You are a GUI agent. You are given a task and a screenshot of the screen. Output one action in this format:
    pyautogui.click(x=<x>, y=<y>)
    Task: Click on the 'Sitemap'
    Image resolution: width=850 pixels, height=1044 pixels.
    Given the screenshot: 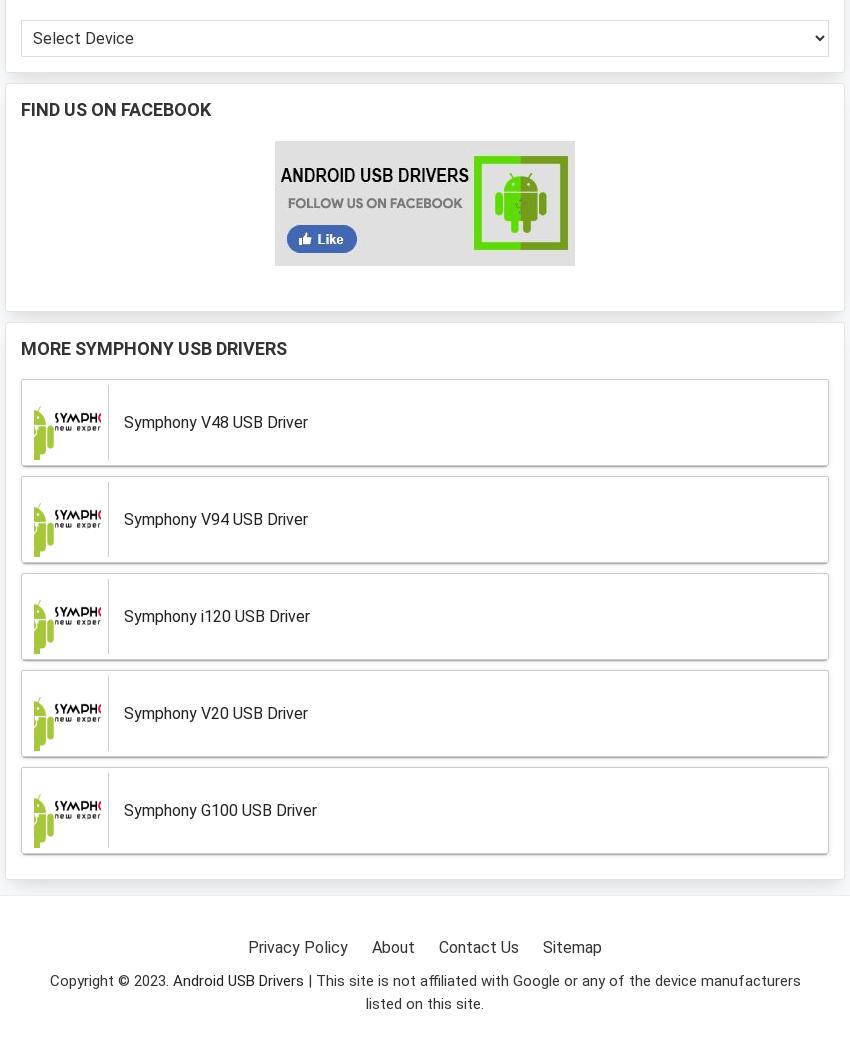 What is the action you would take?
    pyautogui.click(x=572, y=946)
    